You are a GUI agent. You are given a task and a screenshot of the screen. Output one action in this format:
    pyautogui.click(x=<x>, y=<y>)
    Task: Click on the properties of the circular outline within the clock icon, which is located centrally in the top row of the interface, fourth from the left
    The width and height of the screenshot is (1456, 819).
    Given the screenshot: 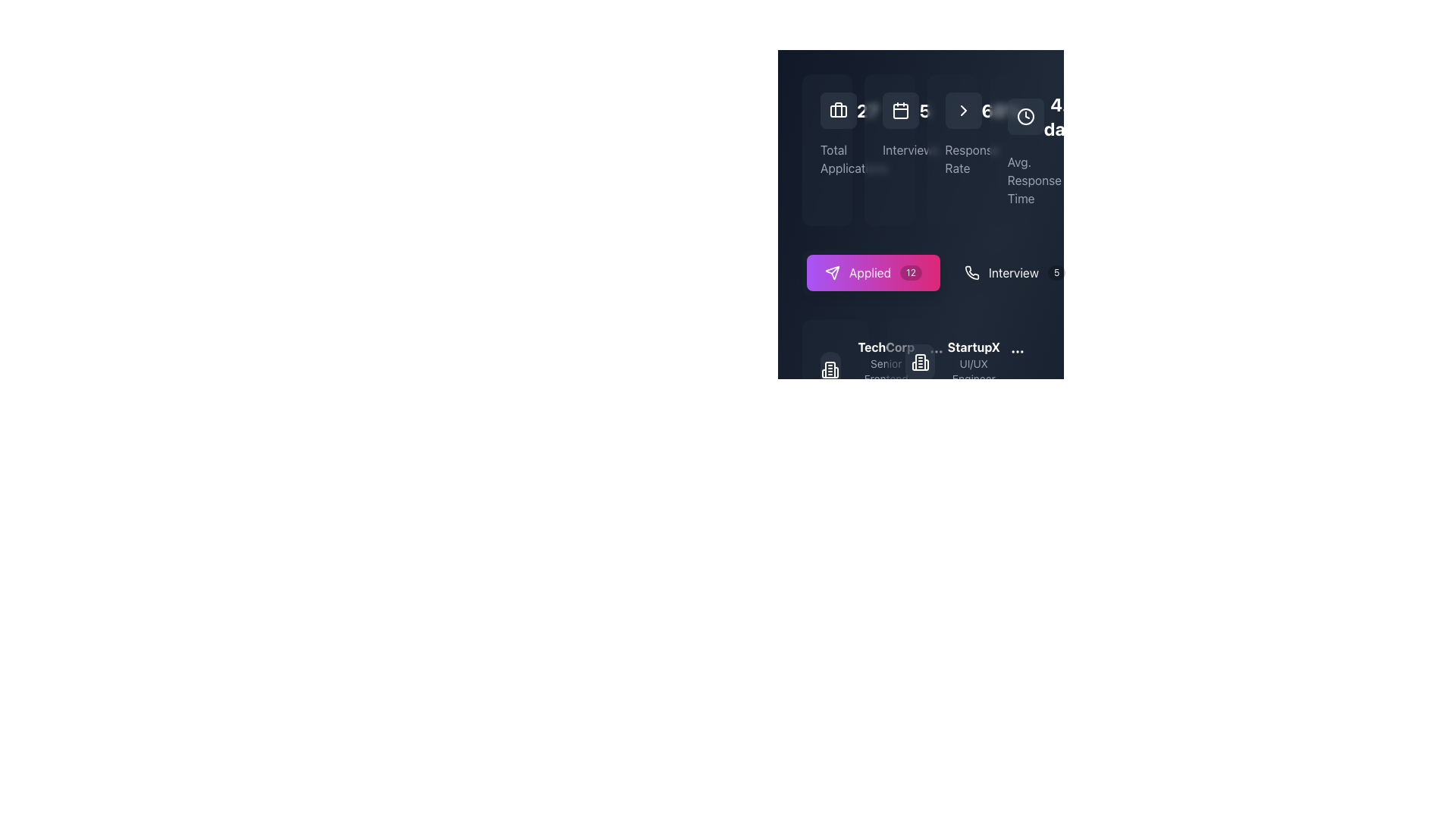 What is the action you would take?
    pyautogui.click(x=1025, y=116)
    